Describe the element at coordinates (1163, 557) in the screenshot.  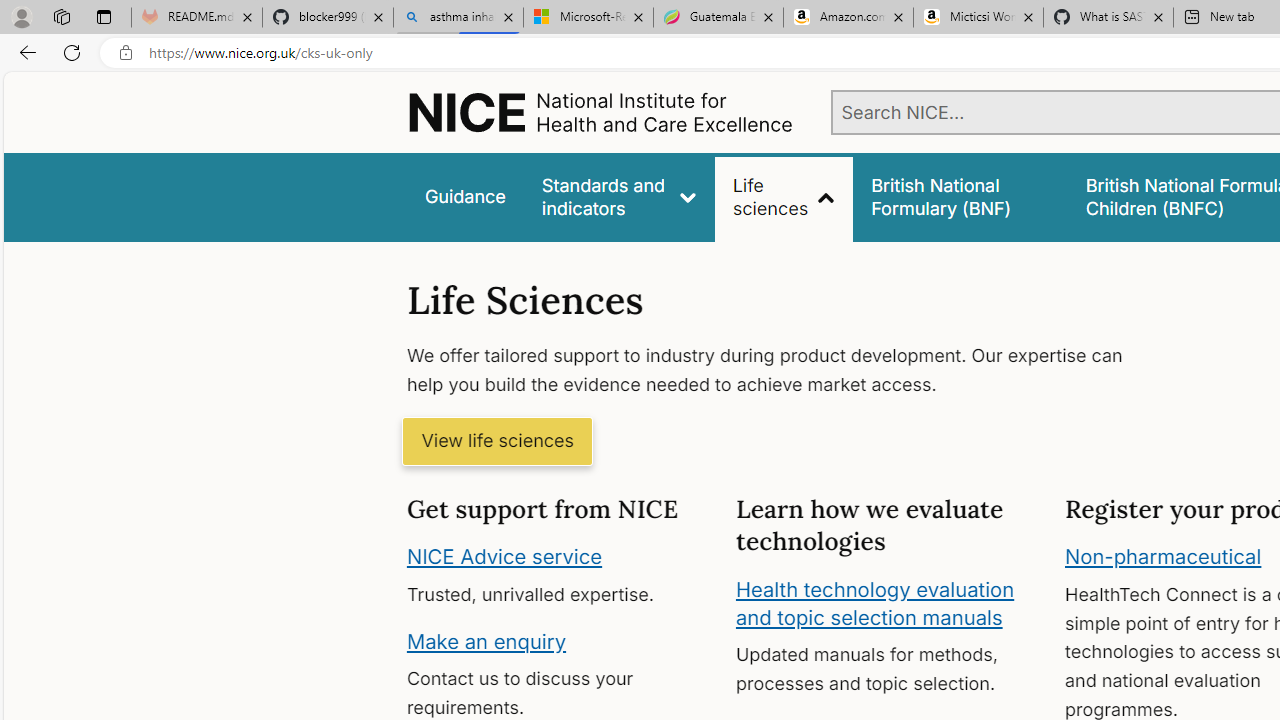
I see `'Non-pharmaceutical'` at that location.